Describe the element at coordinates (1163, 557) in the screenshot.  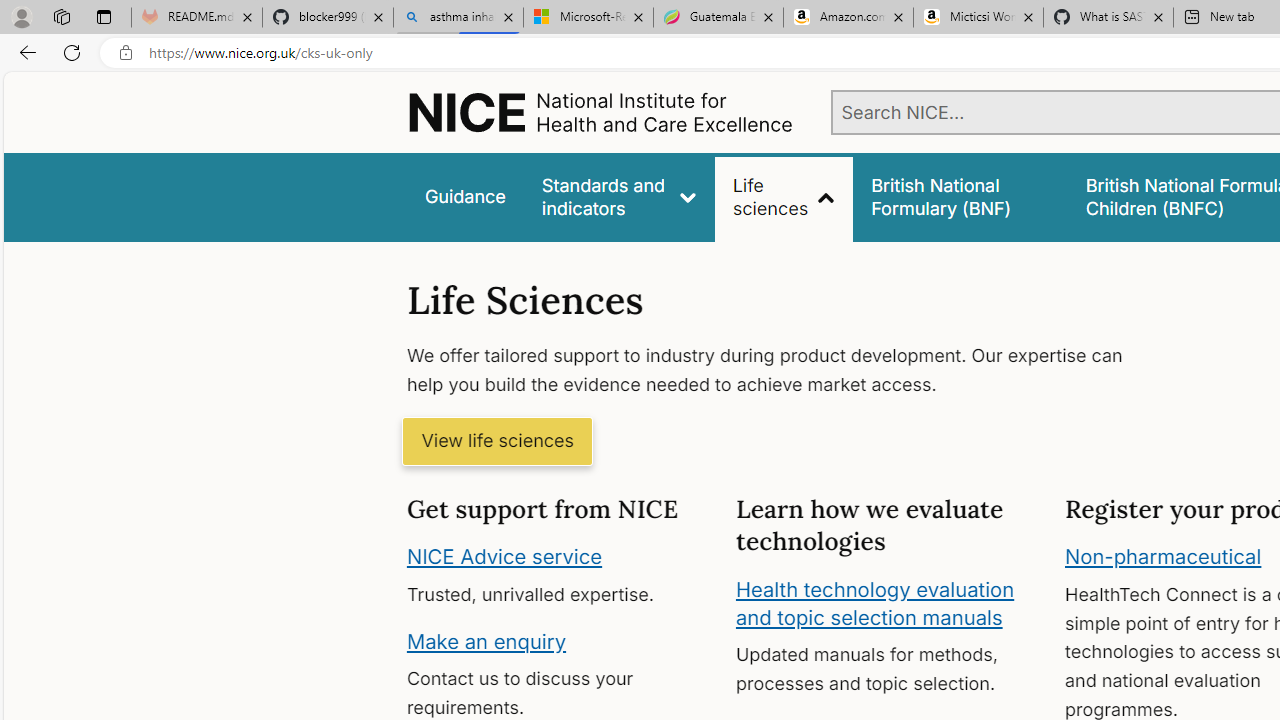
I see `'Non-pharmaceutical'` at that location.